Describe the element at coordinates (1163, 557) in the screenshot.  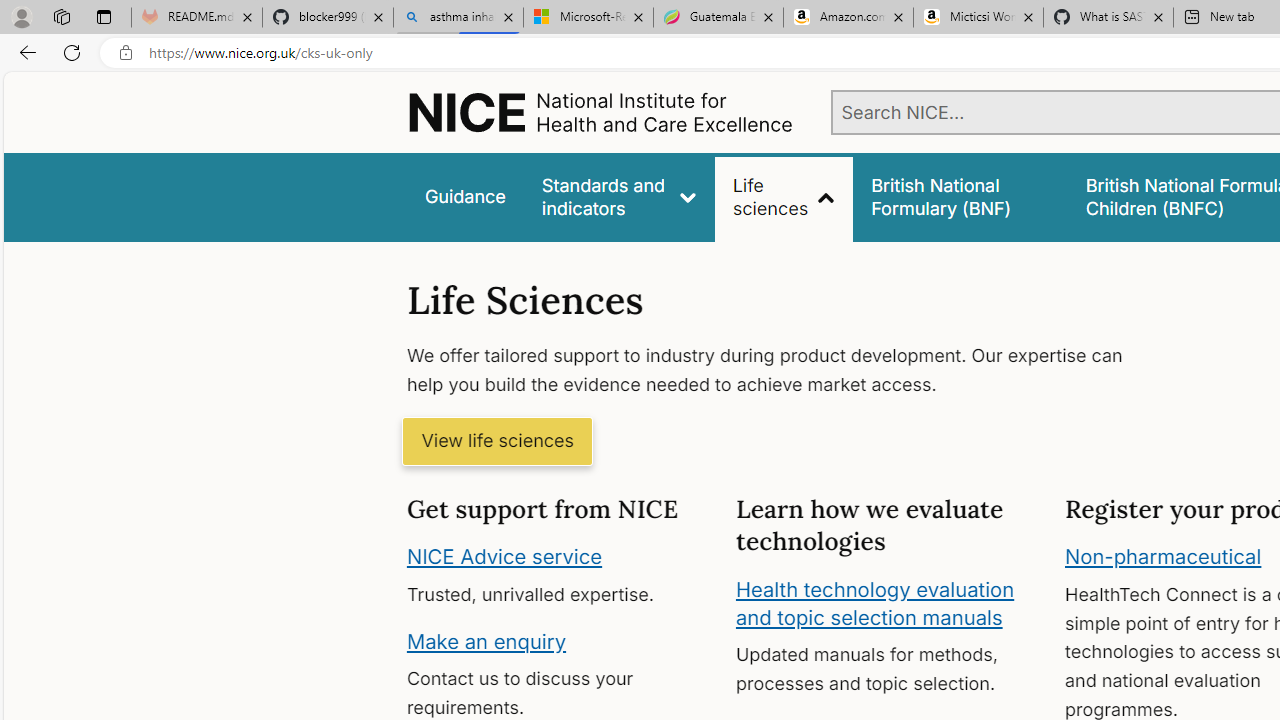
I see `'Non-pharmaceutical'` at that location.